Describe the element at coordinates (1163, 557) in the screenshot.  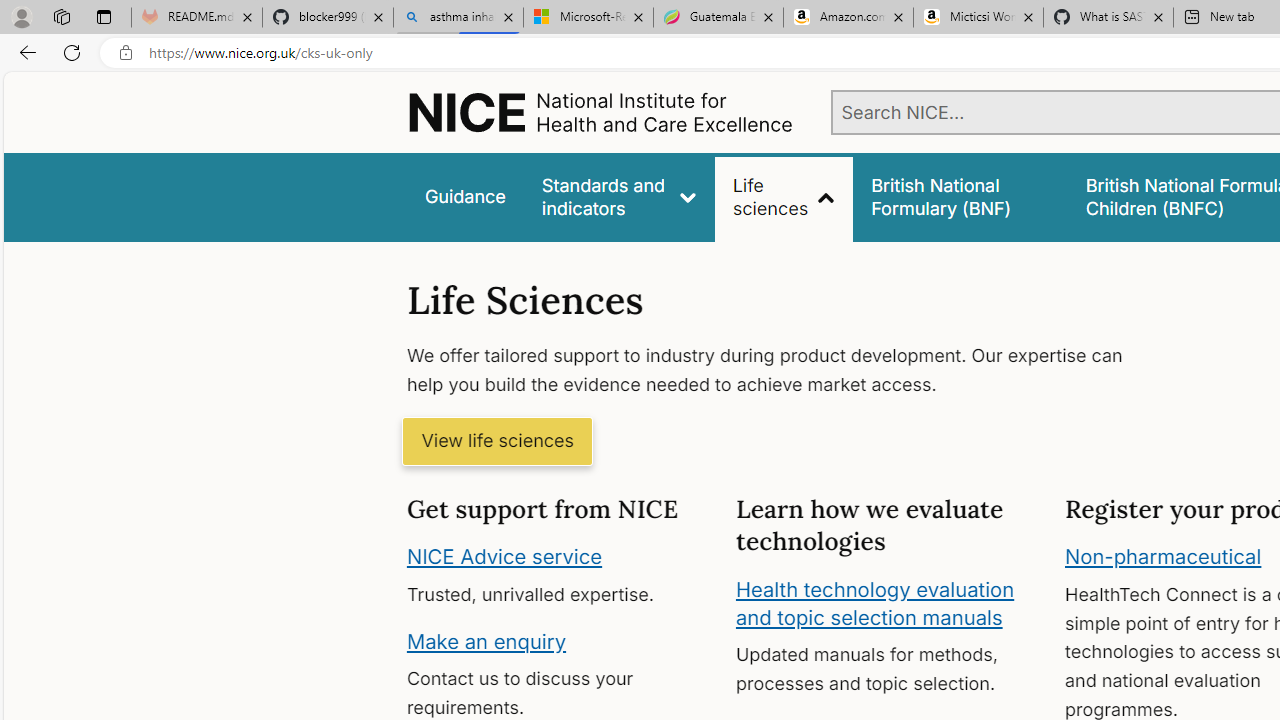
I see `'Non-pharmaceutical'` at that location.